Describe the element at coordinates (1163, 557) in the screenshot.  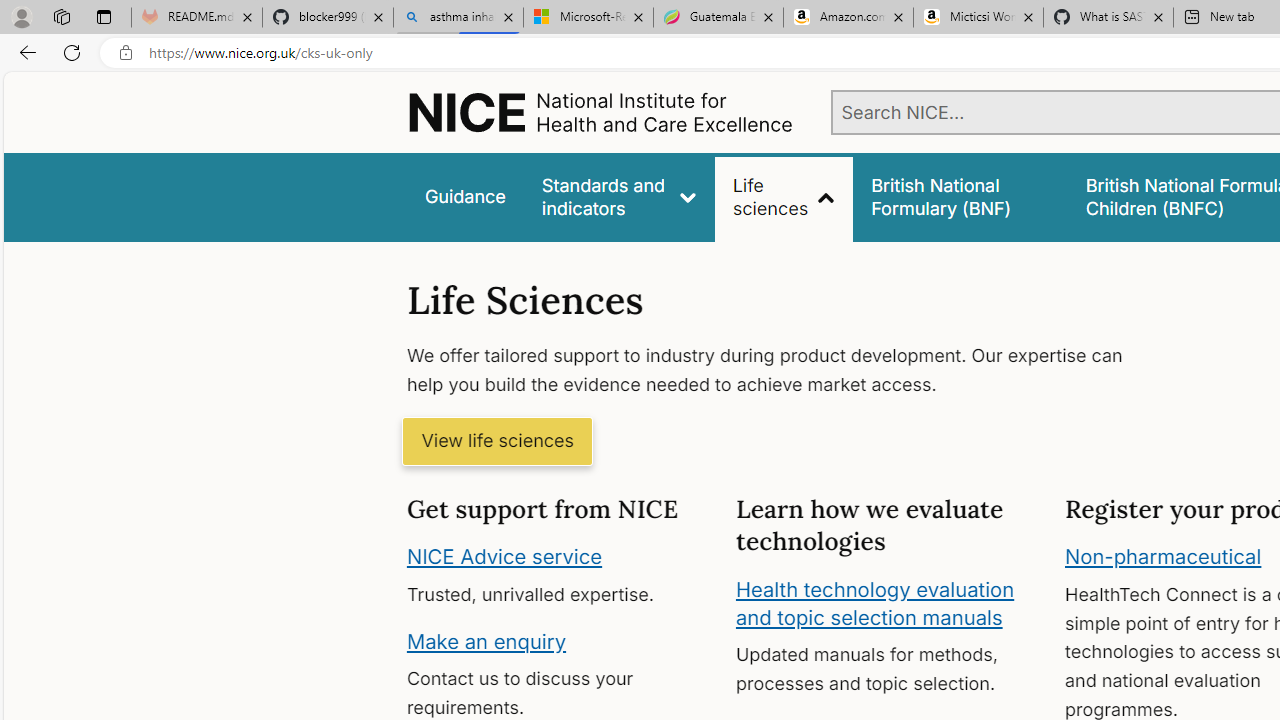
I see `'Non-pharmaceutical'` at that location.